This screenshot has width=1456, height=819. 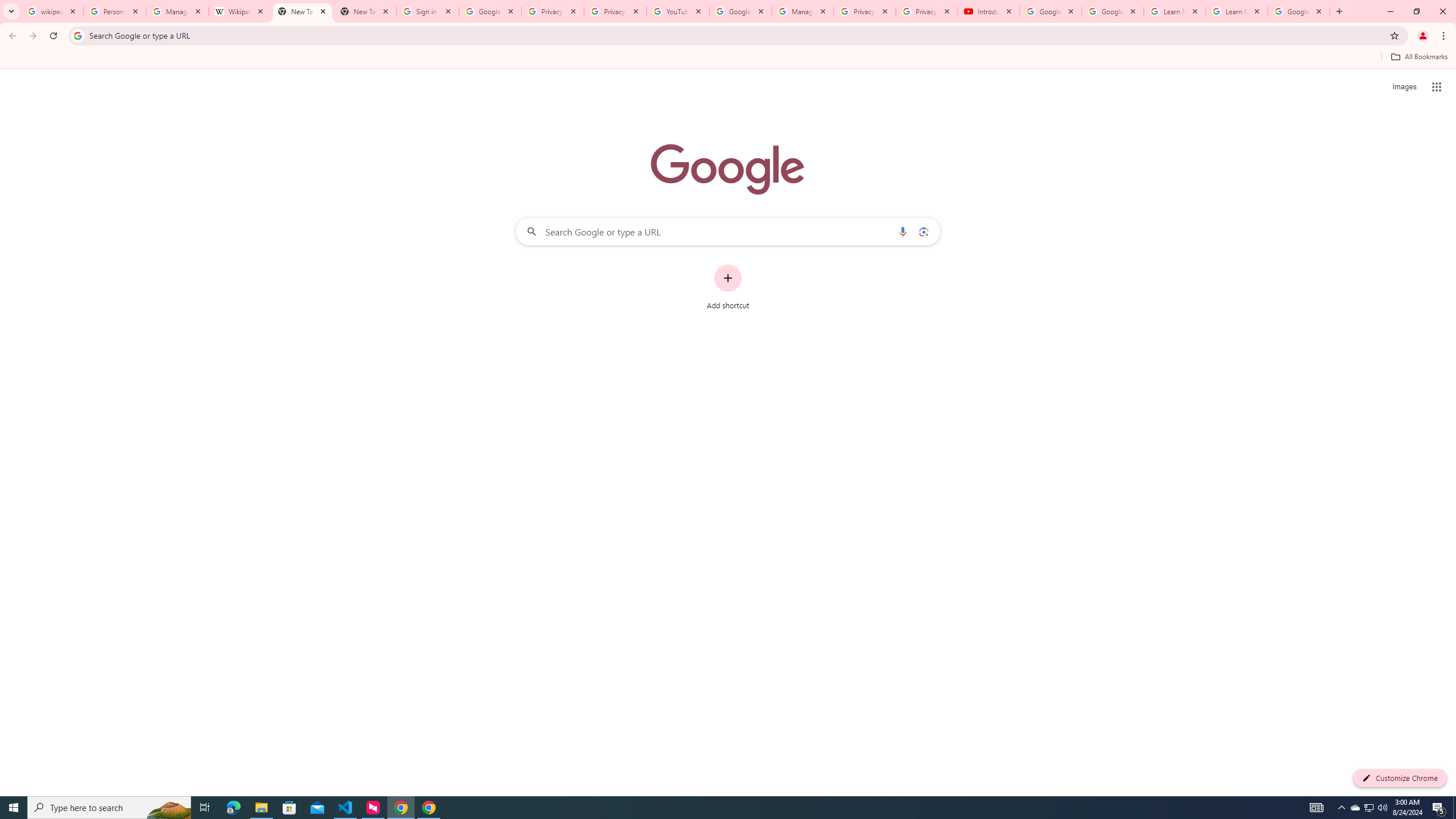 I want to click on 'Search for Images ', so click(x=1404, y=87).